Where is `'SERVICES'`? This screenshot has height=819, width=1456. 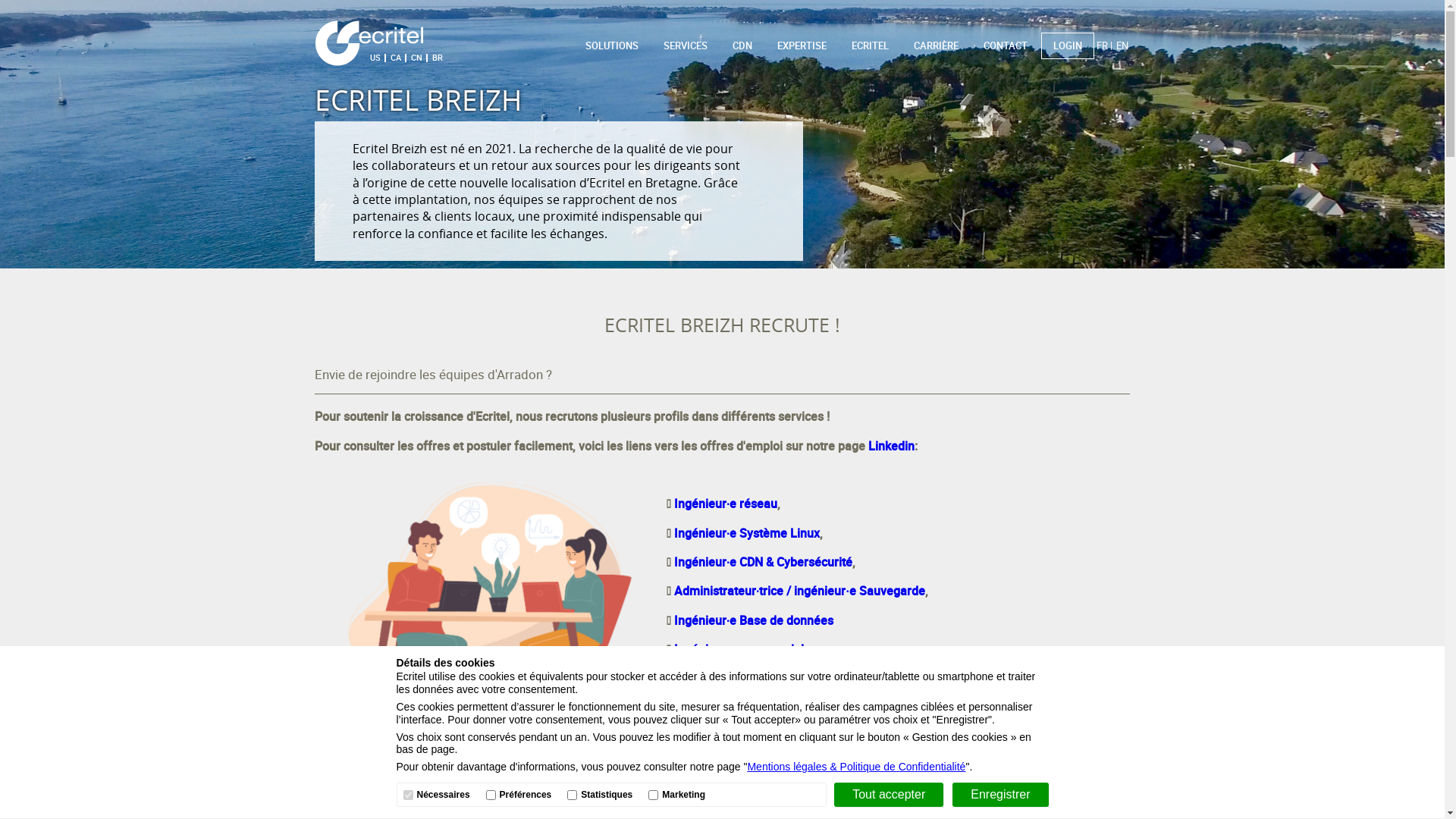 'SERVICES' is located at coordinates (684, 45).